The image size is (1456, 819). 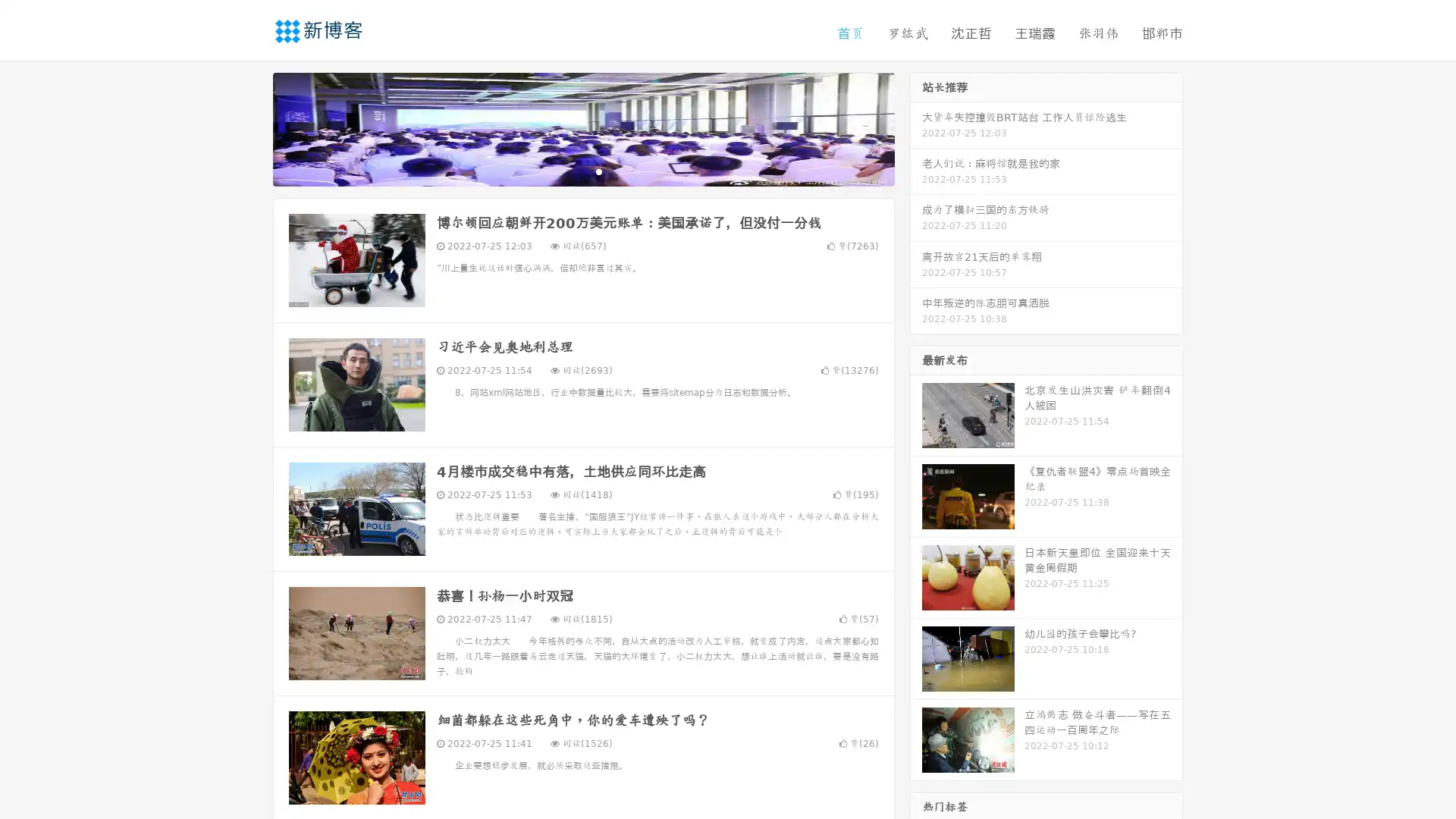 I want to click on Previous slide, so click(x=250, y=127).